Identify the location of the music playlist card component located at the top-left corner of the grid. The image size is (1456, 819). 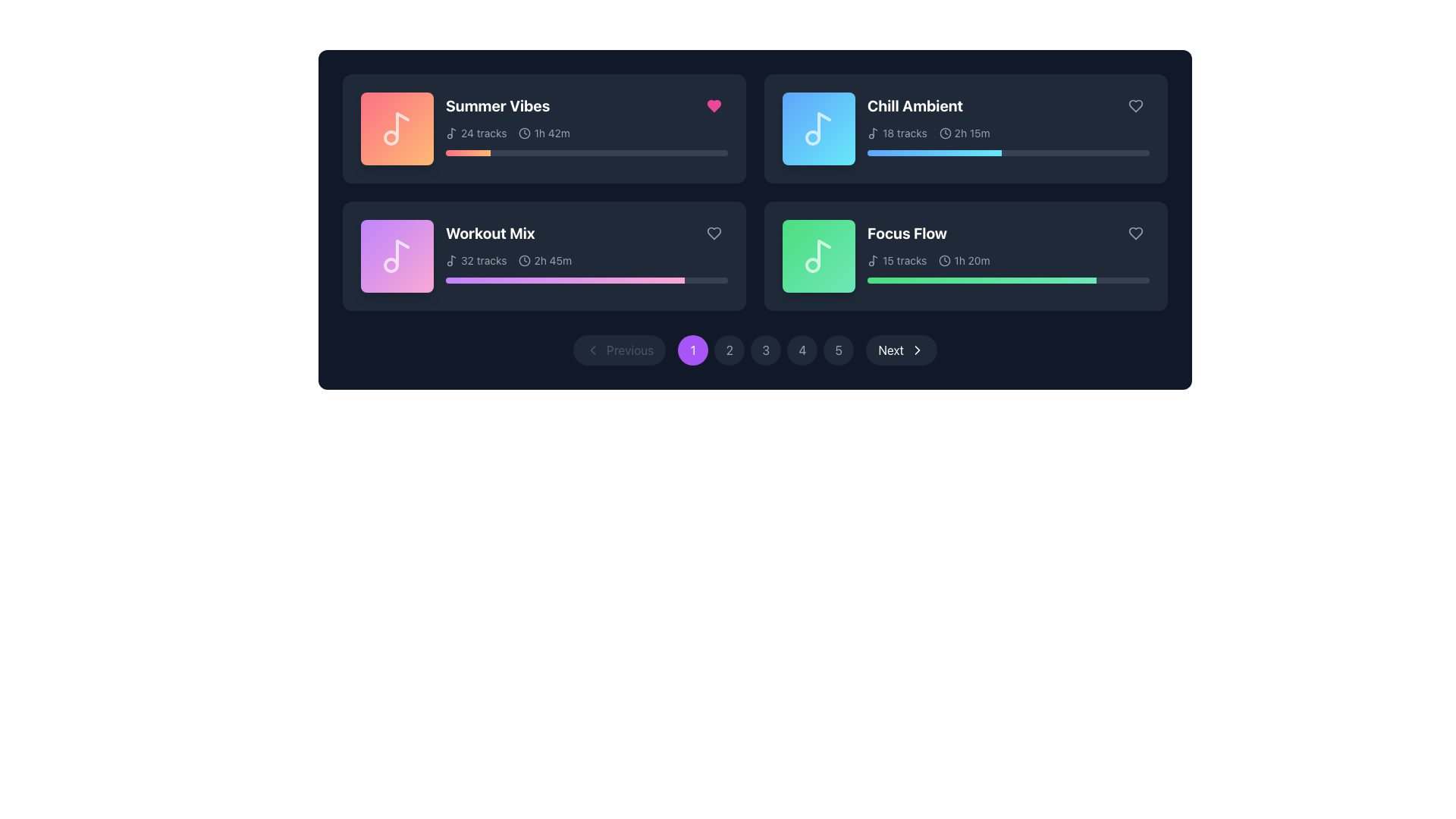
(544, 127).